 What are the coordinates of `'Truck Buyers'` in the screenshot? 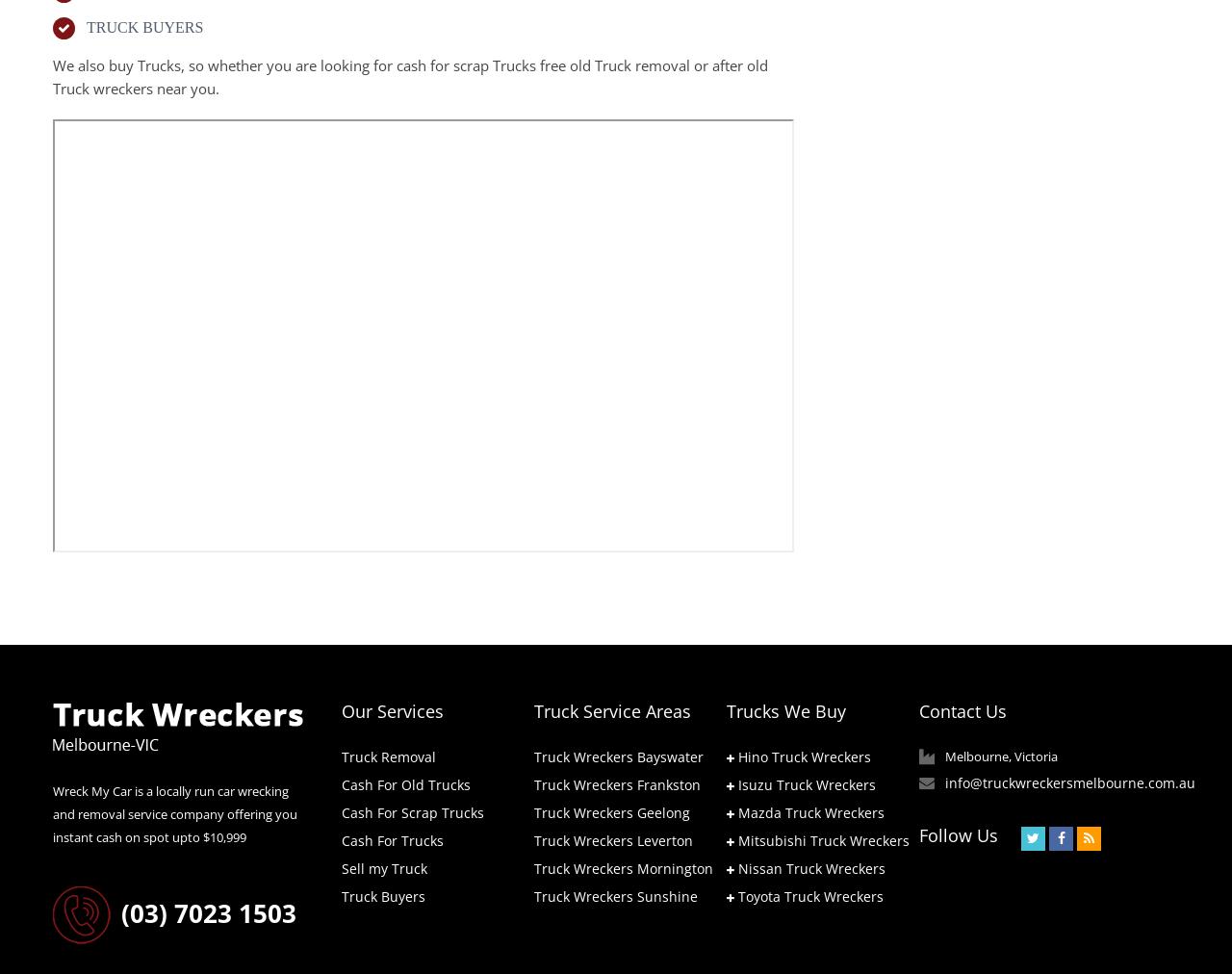 It's located at (383, 895).